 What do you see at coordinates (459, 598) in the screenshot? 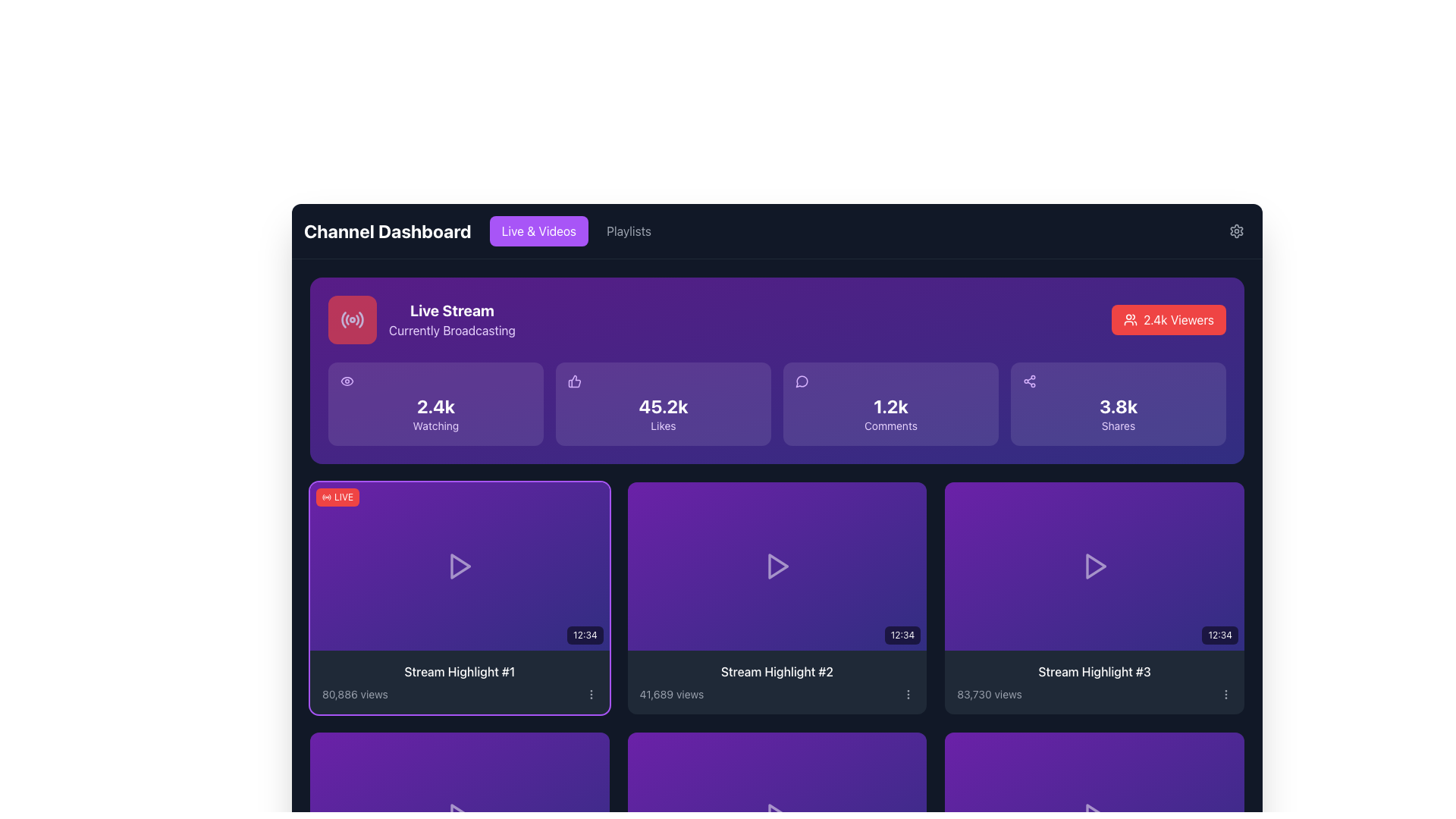
I see `the Video highlight card located at the top-left corner of the grid layout` at bounding box center [459, 598].